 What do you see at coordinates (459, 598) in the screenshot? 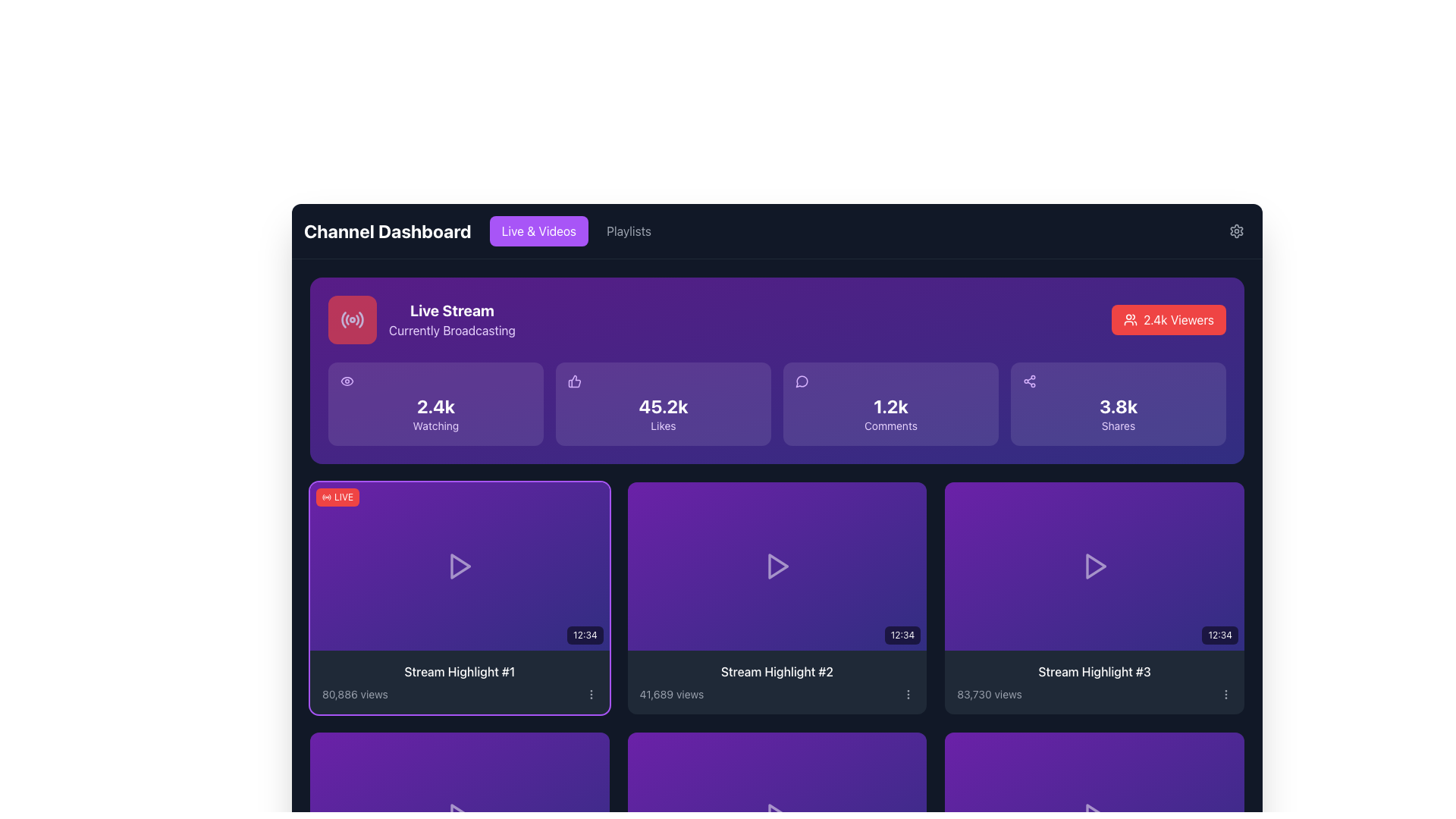
I see `the Video highlight card located at the top-left corner of the grid layout` at bounding box center [459, 598].